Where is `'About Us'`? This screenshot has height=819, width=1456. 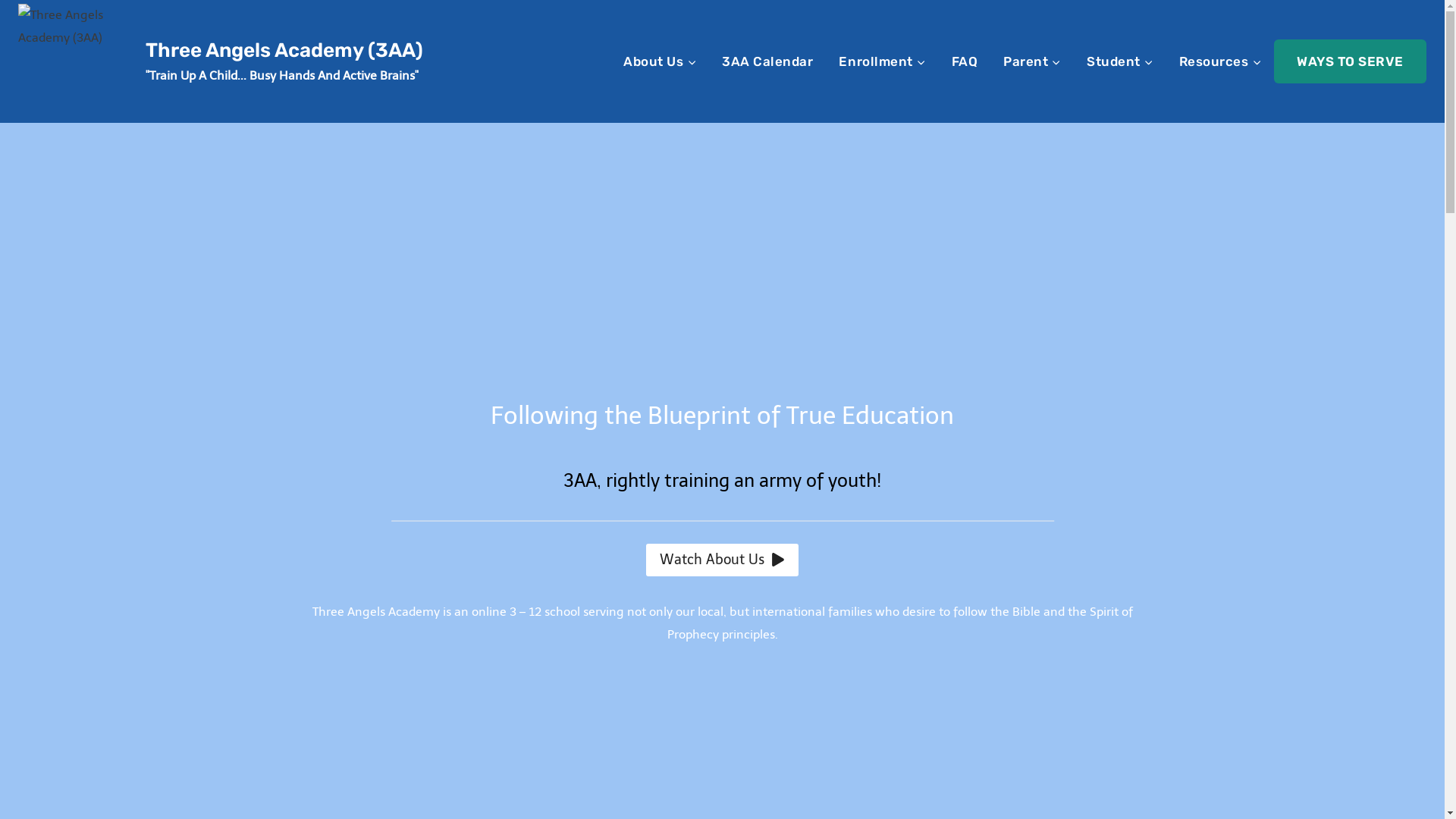
'About Us' is located at coordinates (610, 60).